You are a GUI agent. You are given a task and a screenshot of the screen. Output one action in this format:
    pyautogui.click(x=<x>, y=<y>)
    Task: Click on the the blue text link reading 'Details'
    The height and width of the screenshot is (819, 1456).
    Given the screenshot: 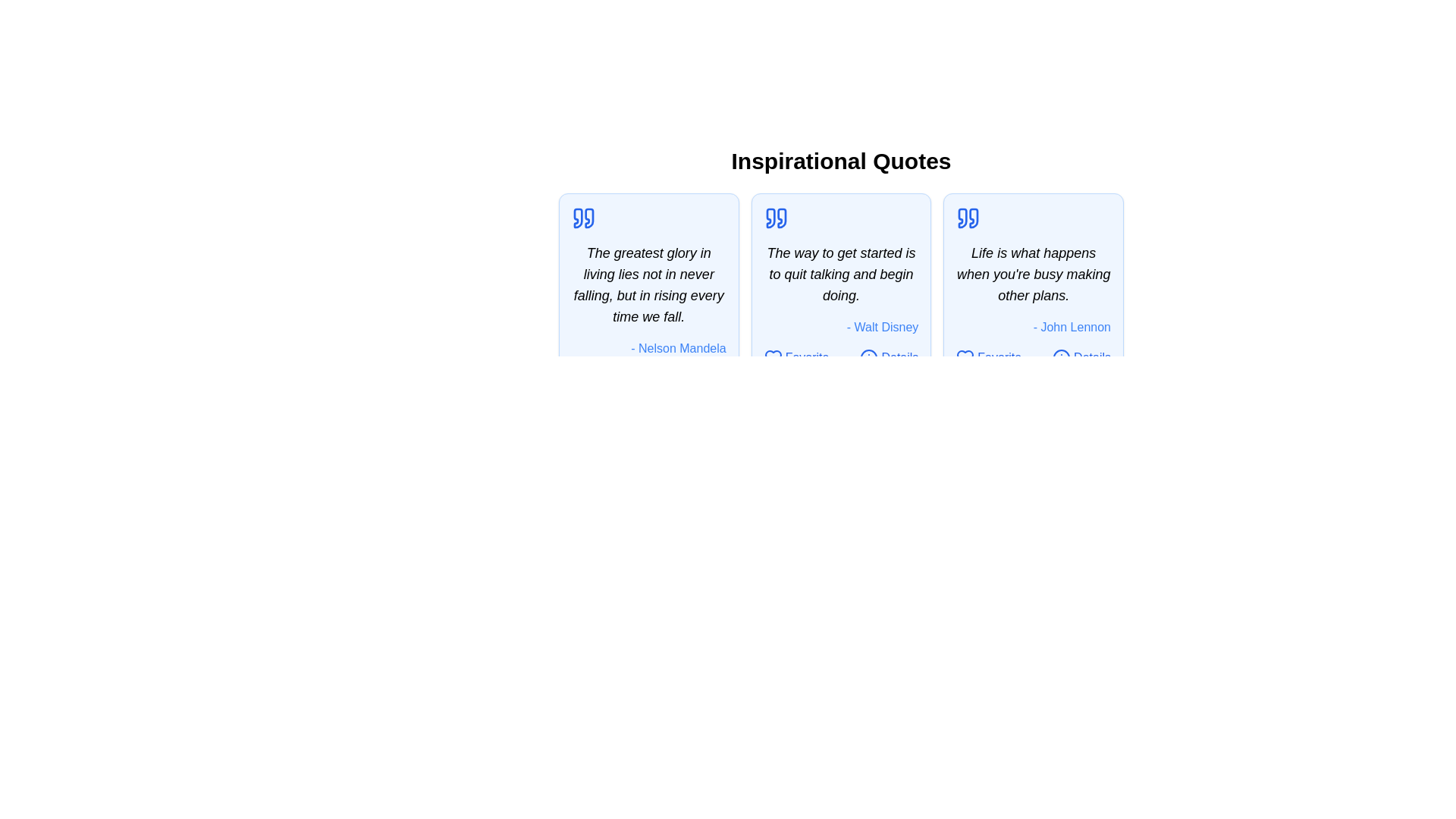 What is the action you would take?
    pyautogui.click(x=1092, y=357)
    